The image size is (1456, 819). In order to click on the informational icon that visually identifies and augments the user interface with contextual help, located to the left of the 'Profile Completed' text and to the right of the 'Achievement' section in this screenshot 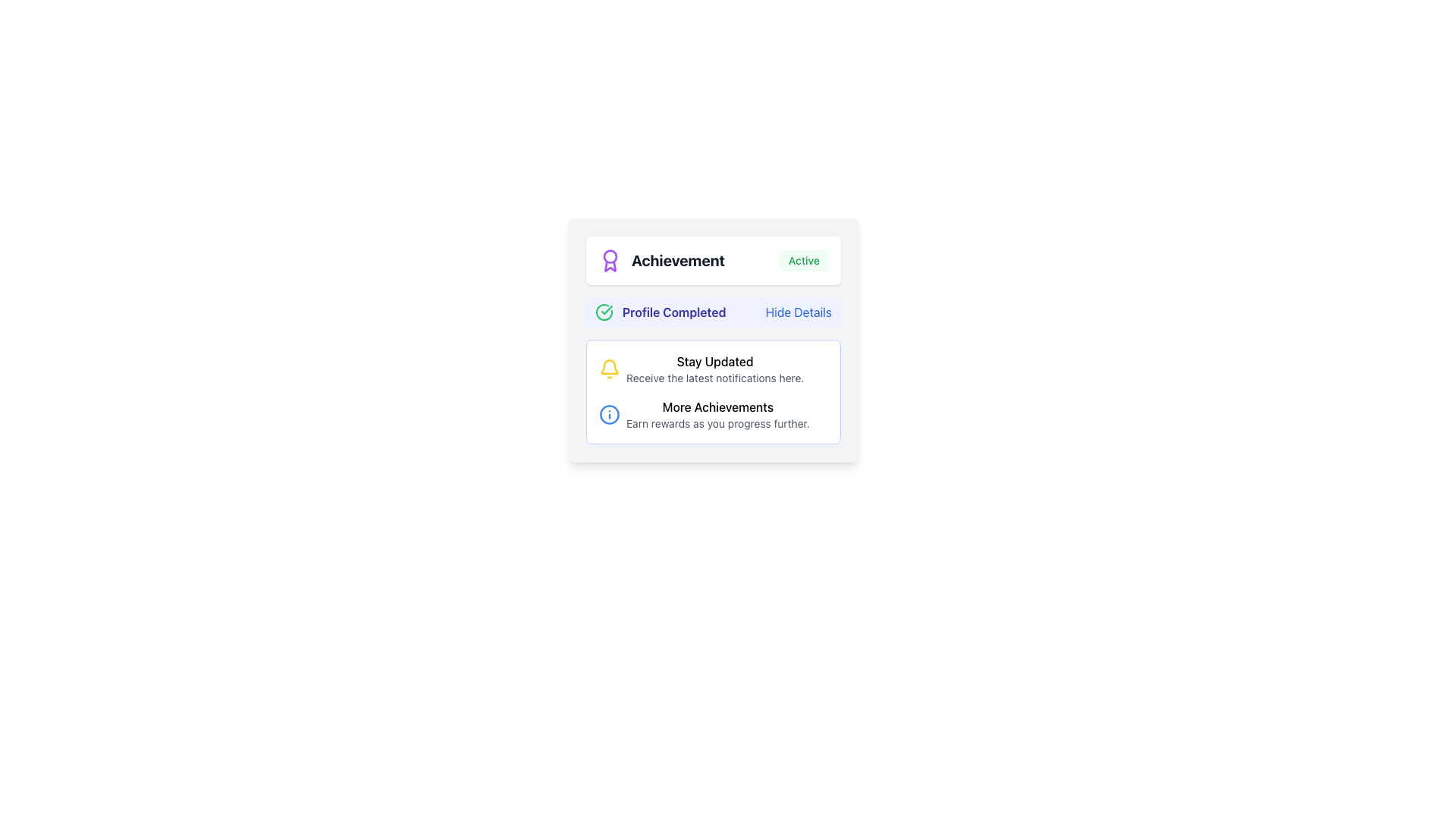, I will do `click(610, 415)`.